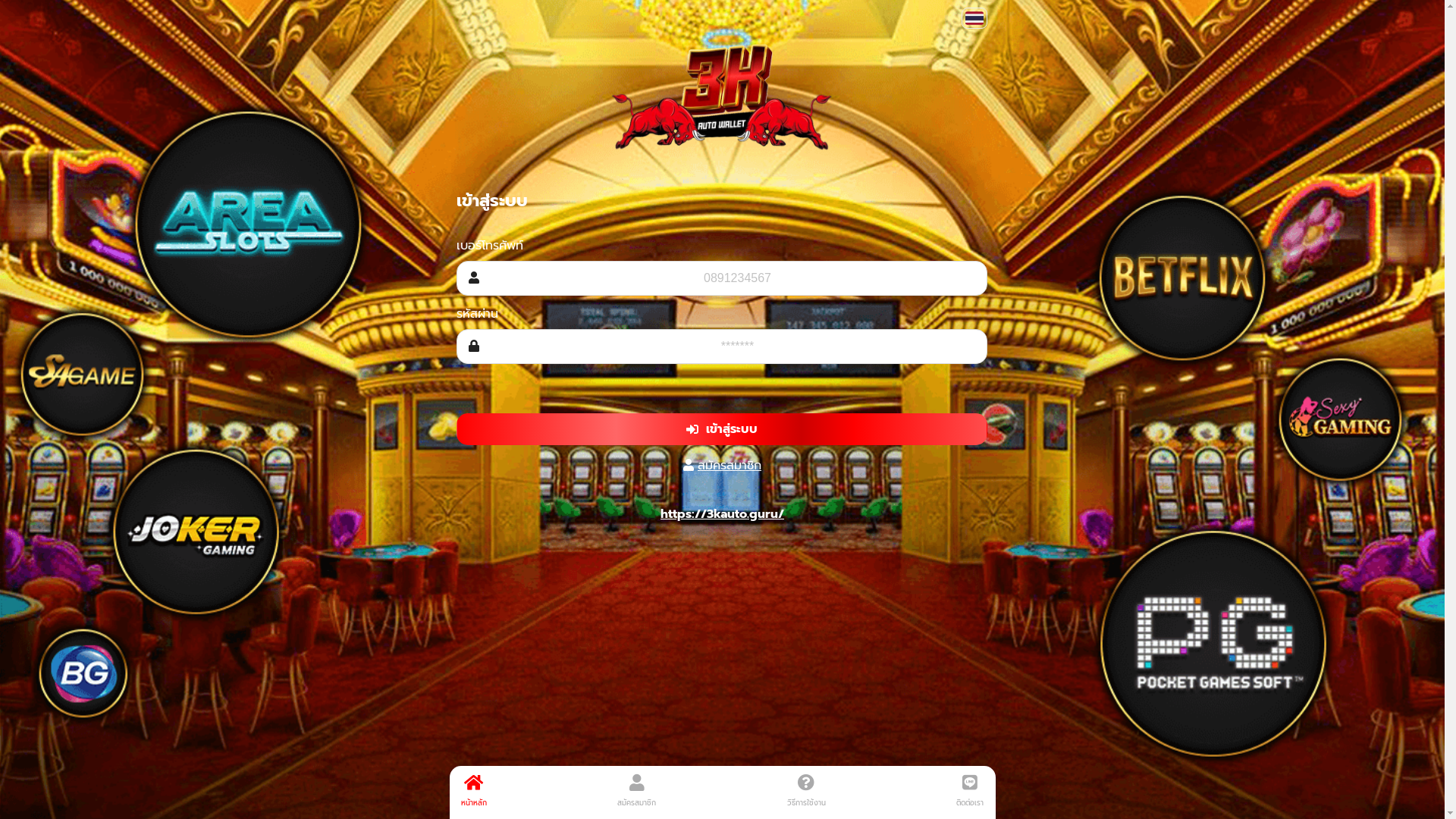  What do you see at coordinates (721, 513) in the screenshot?
I see `'https://3kauto.guru/'` at bounding box center [721, 513].